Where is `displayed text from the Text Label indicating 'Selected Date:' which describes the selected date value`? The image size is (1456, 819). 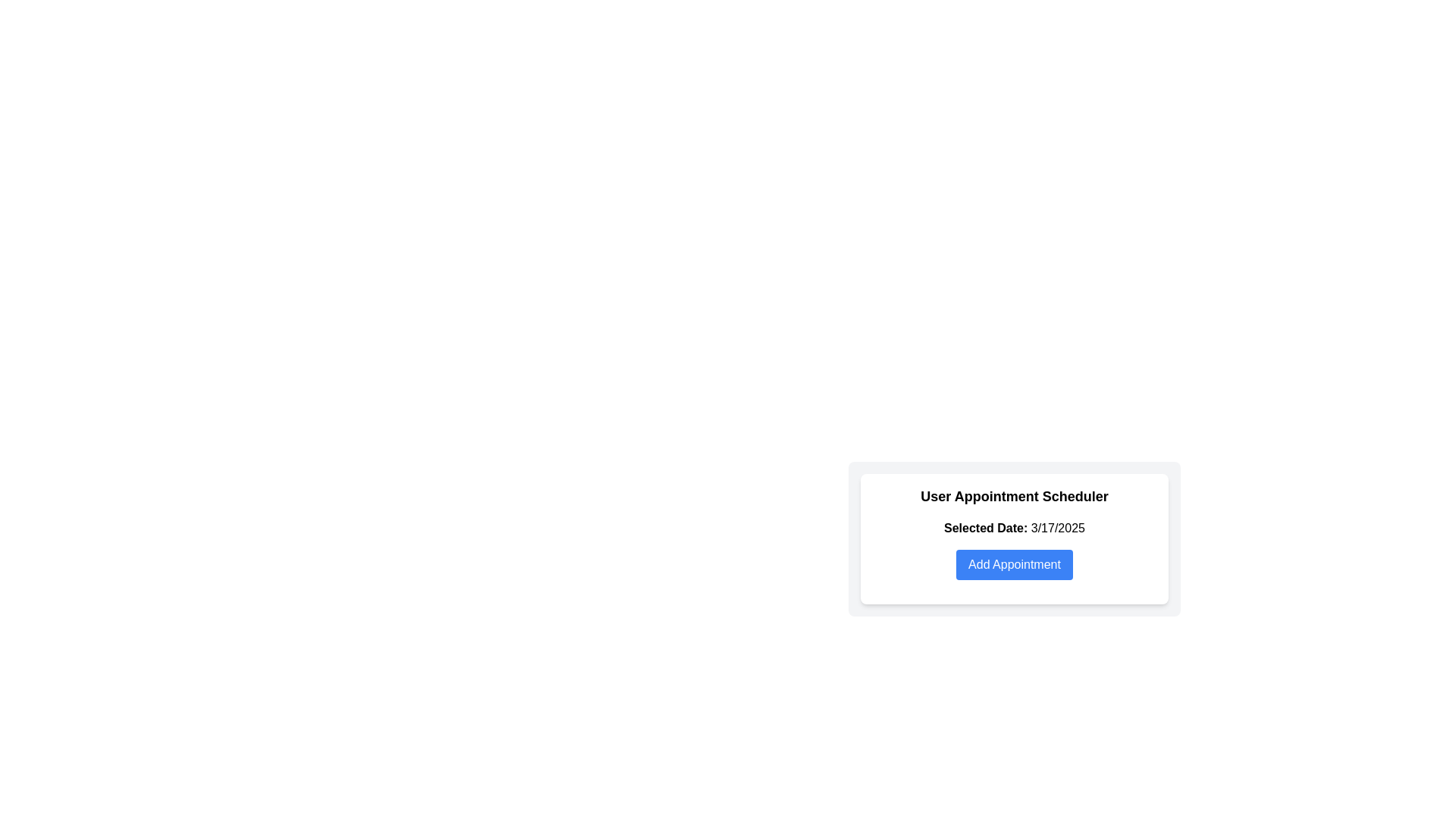
displayed text from the Text Label indicating 'Selected Date:' which describes the selected date value is located at coordinates (986, 527).